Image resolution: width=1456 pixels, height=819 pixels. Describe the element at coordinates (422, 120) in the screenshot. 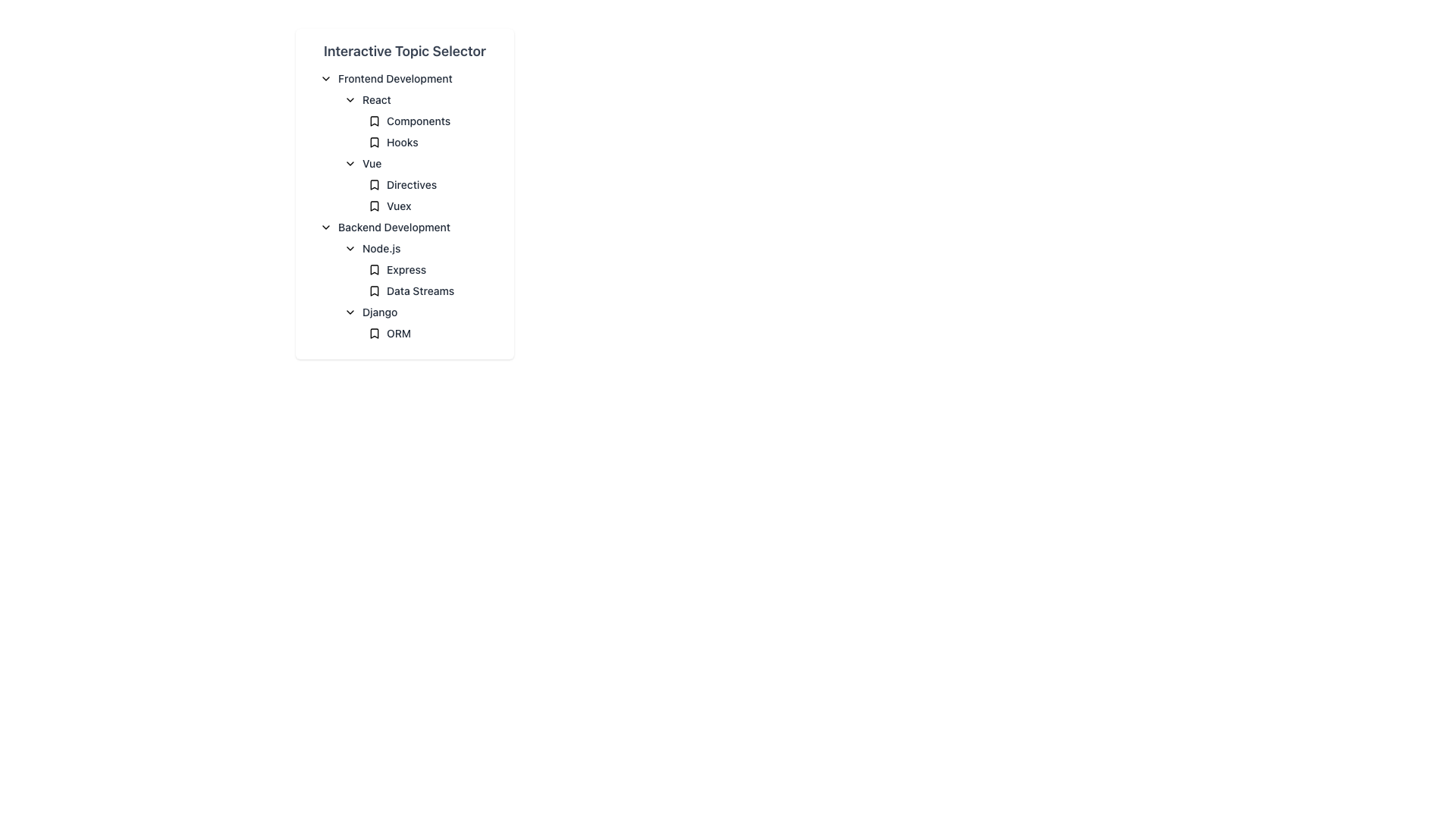

I see `the 'Components' label with icon under the 'React' section in the navigation menu` at that location.